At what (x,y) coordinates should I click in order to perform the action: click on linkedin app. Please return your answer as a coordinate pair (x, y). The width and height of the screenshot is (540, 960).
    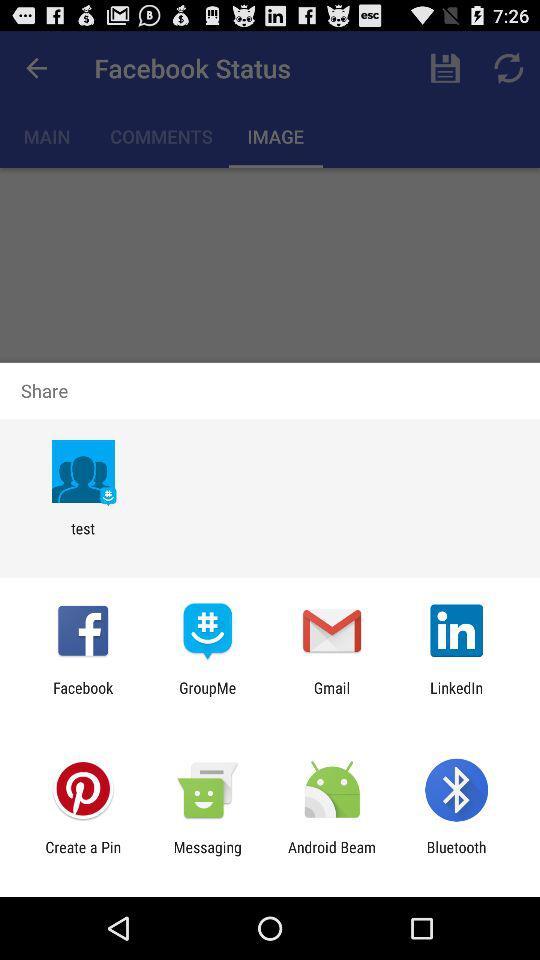
    Looking at the image, I should click on (456, 696).